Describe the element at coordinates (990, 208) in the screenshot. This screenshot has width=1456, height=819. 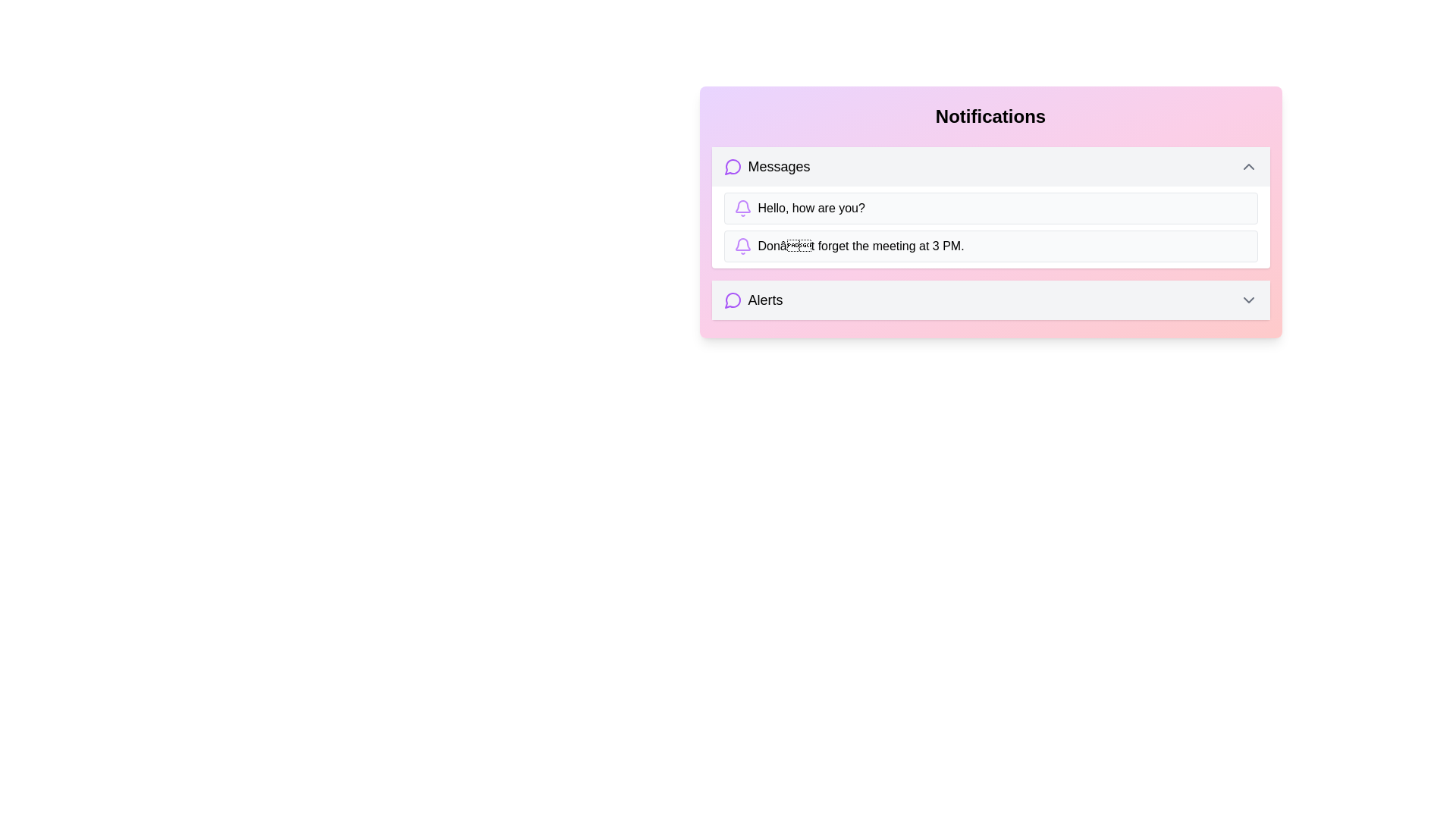
I see `the notification titled 'Hello, how are you?'` at that location.